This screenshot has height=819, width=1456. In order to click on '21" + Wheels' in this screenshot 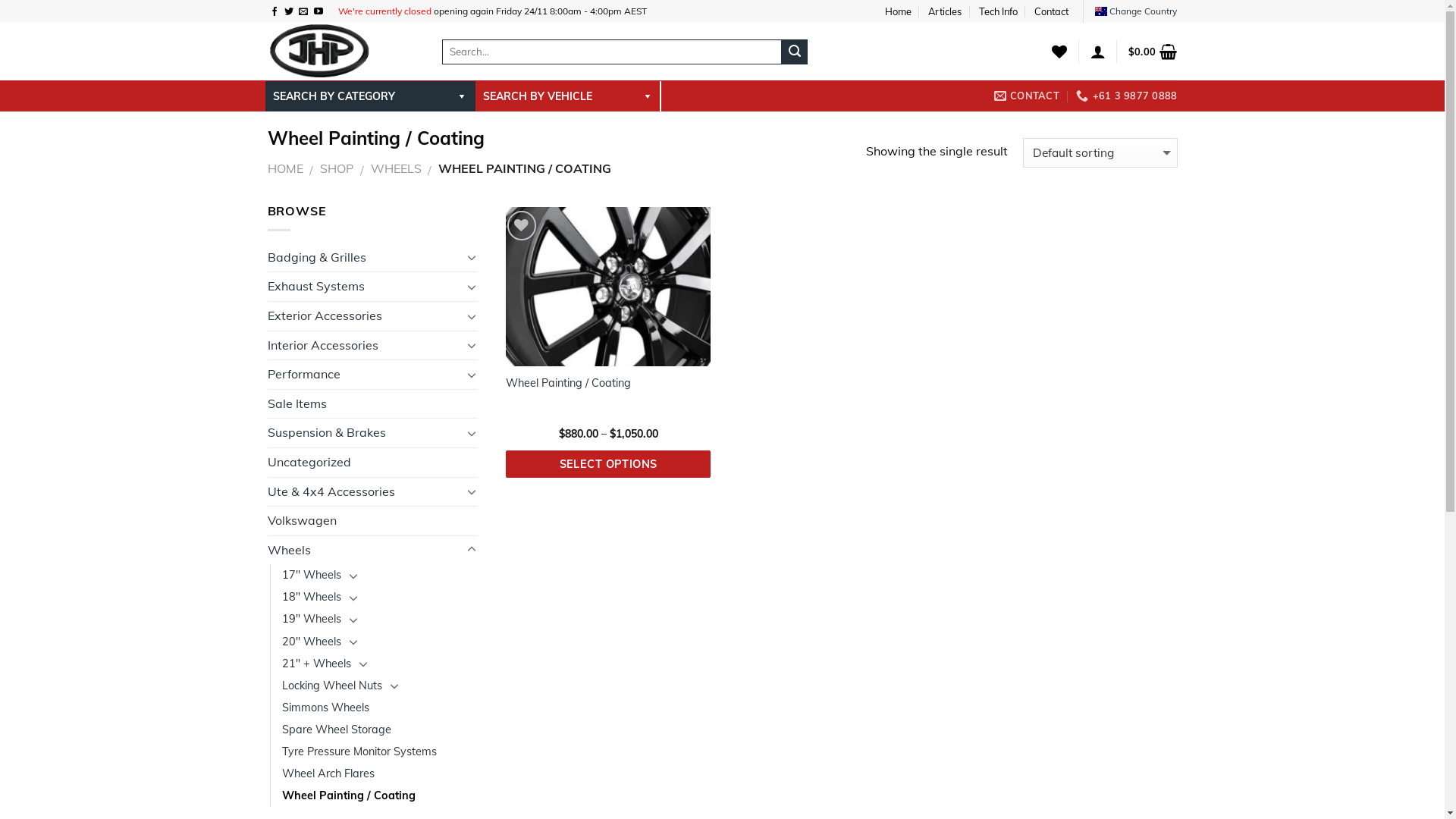, I will do `click(315, 663)`.